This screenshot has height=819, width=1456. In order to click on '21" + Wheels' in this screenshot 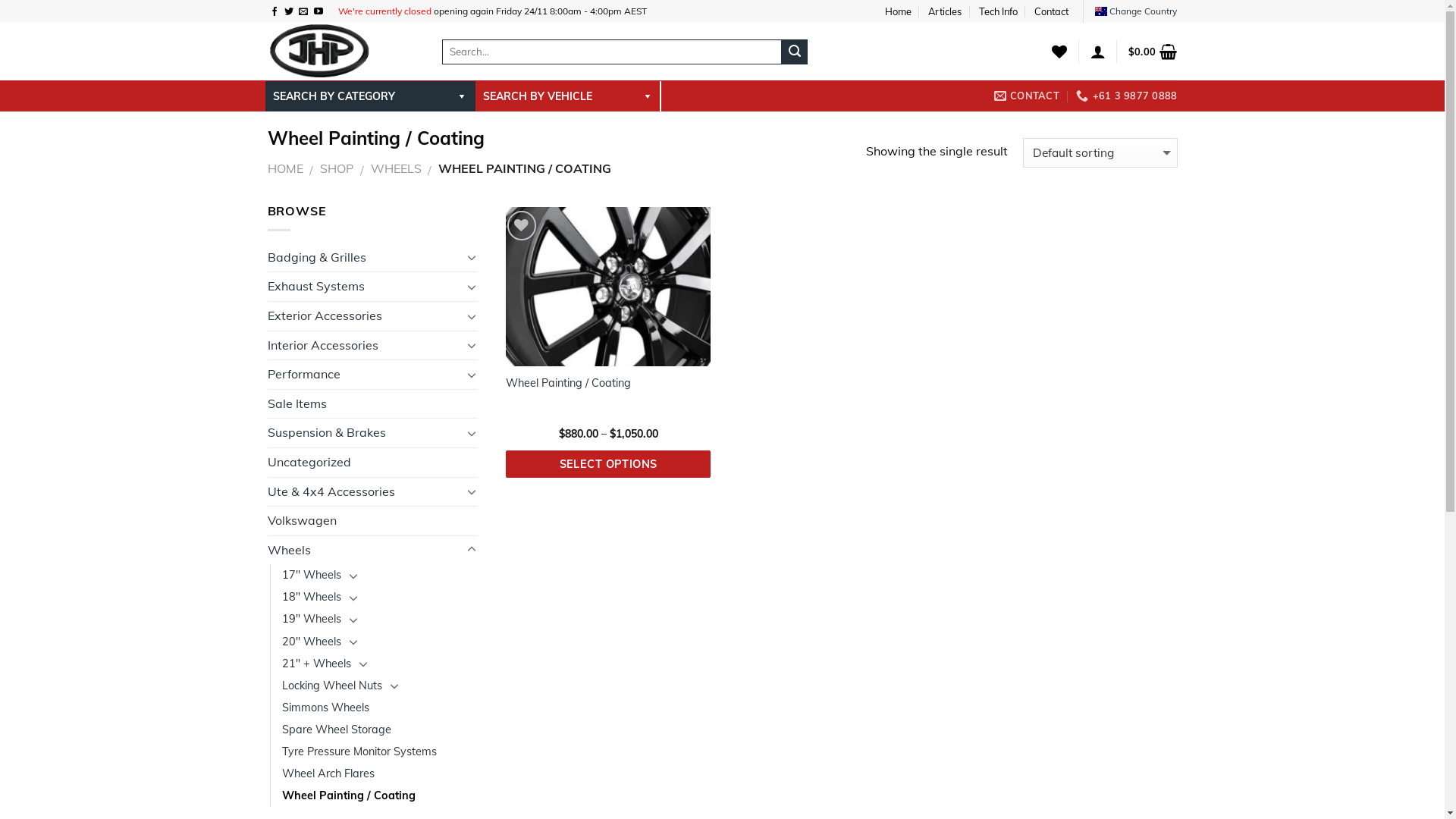, I will do `click(315, 663)`.